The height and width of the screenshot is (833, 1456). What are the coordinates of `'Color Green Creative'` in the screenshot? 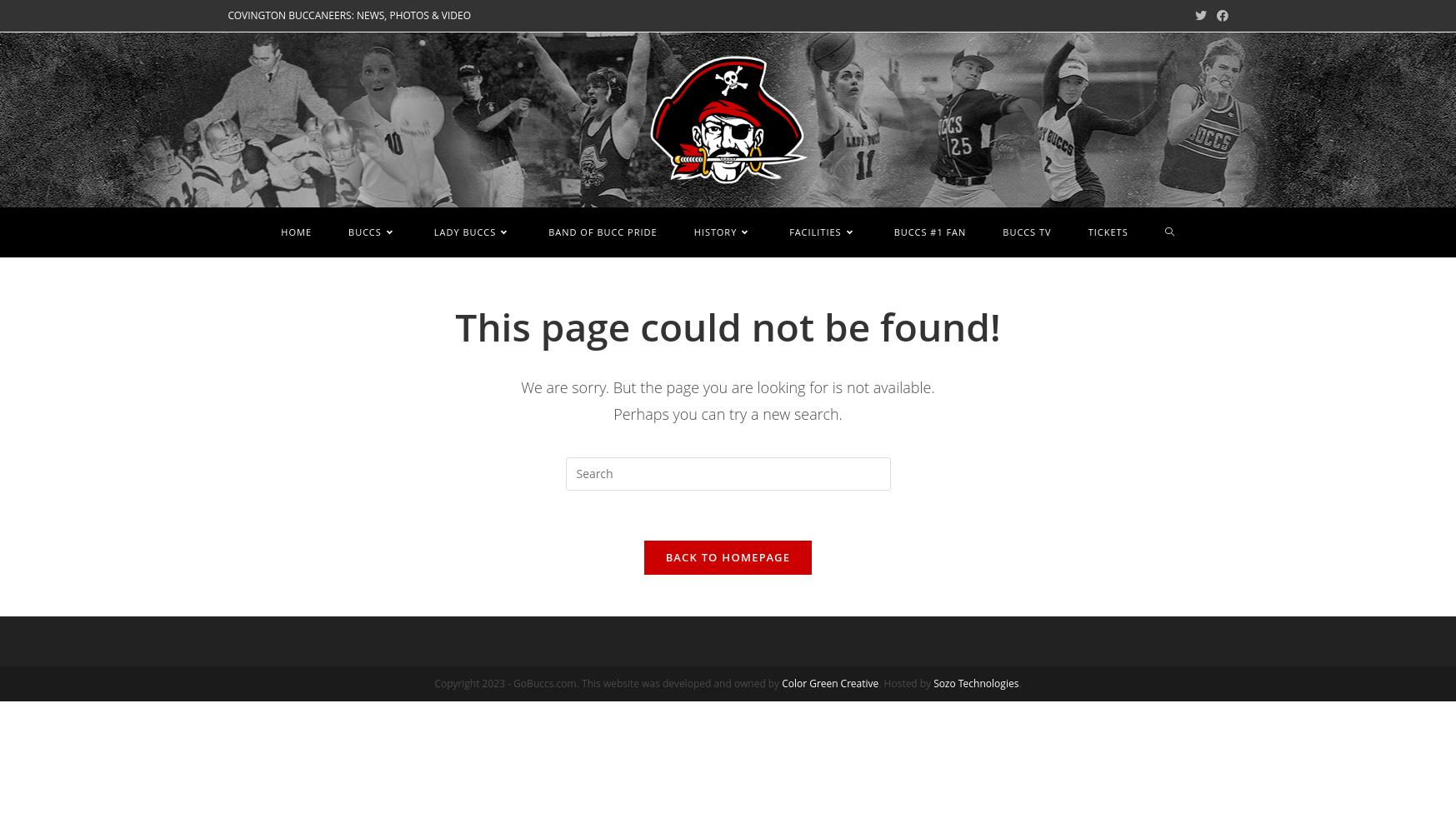 It's located at (828, 681).